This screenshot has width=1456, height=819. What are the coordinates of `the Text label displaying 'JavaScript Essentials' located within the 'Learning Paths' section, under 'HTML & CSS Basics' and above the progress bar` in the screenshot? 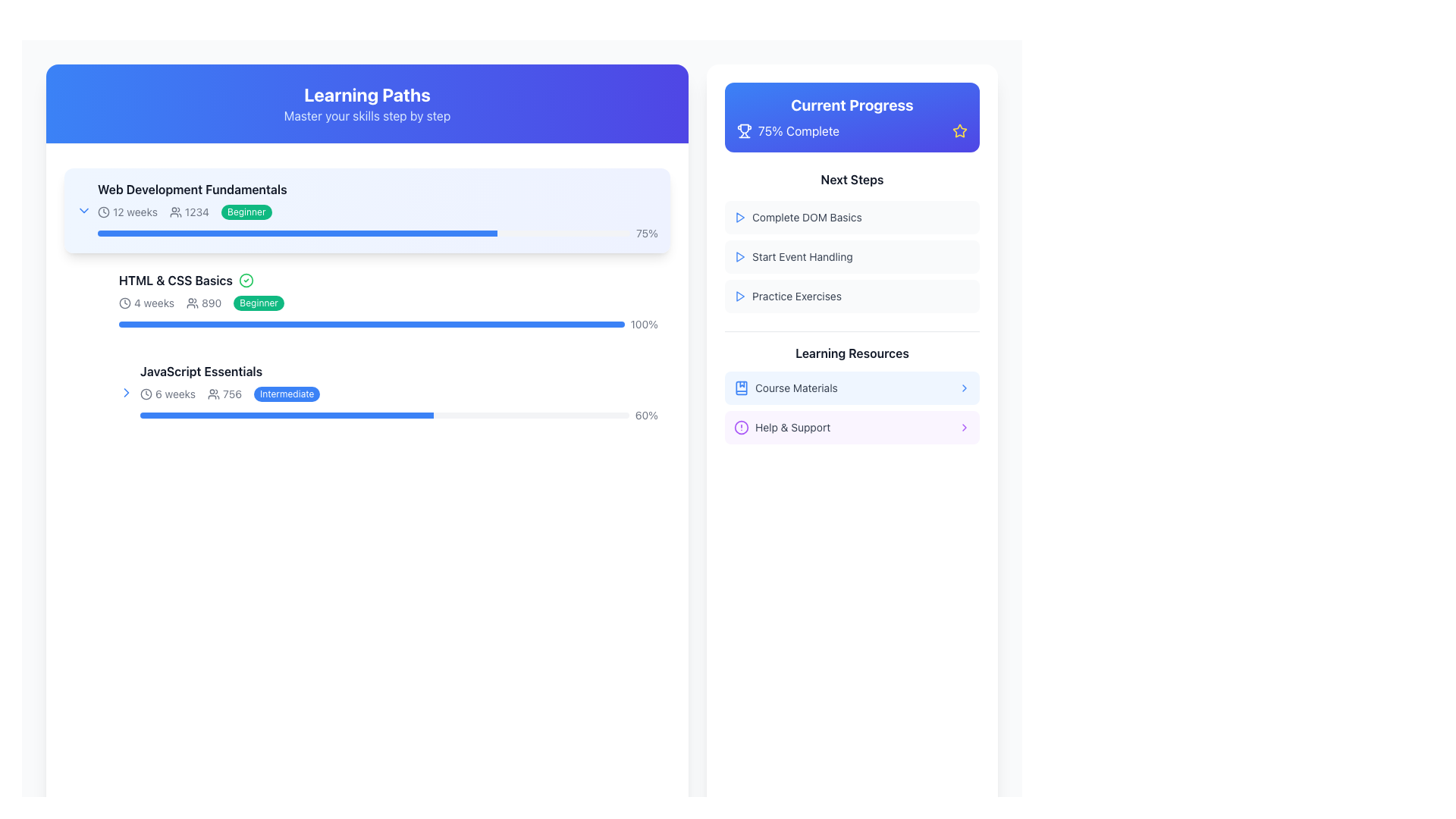 It's located at (200, 371).